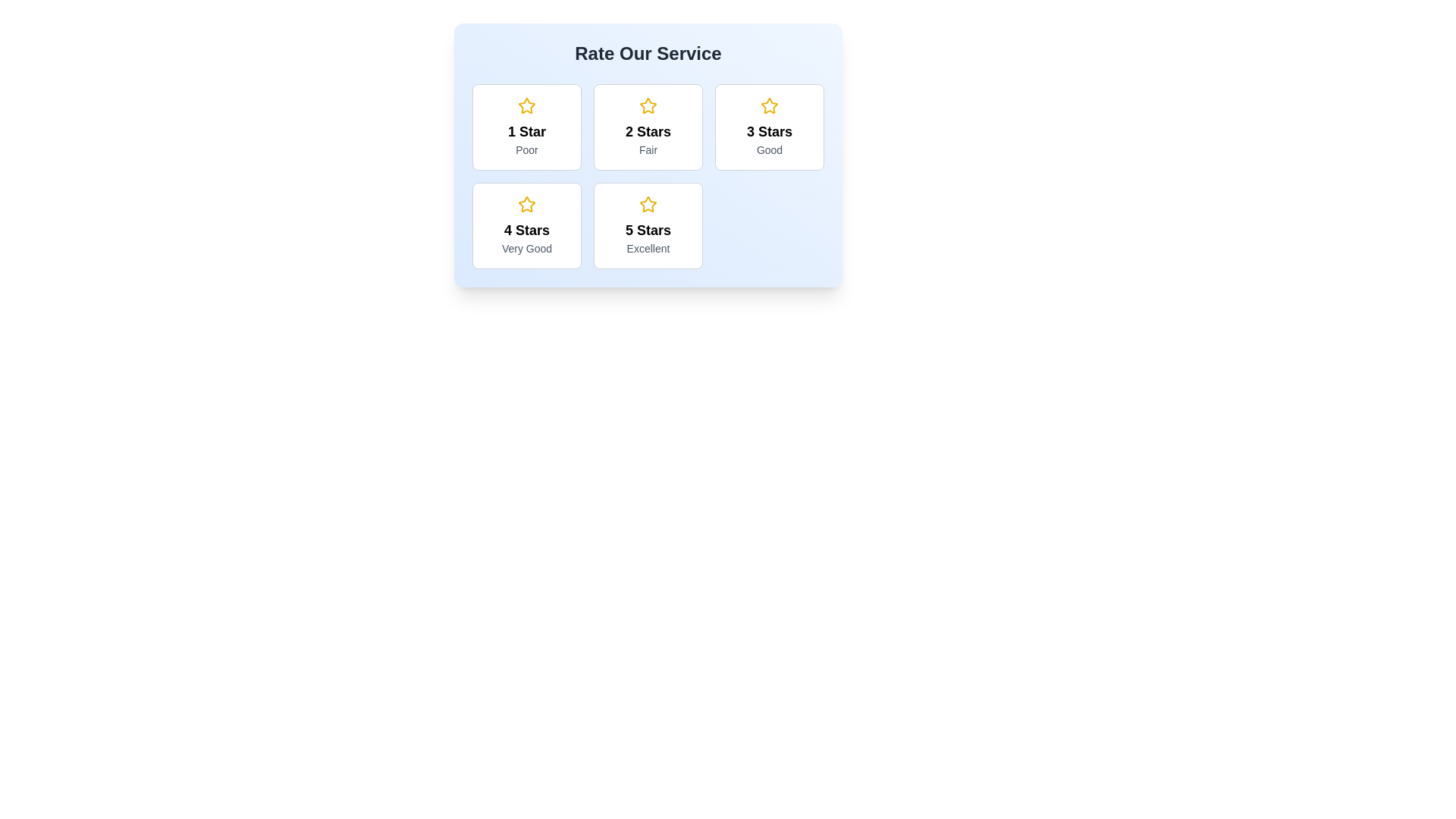 Image resolution: width=1456 pixels, height=819 pixels. What do you see at coordinates (527, 225) in the screenshot?
I see `on the selectable card displaying '4 Stars' with a yellow star icon and bold black text, located in the second row of the grid layout` at bounding box center [527, 225].